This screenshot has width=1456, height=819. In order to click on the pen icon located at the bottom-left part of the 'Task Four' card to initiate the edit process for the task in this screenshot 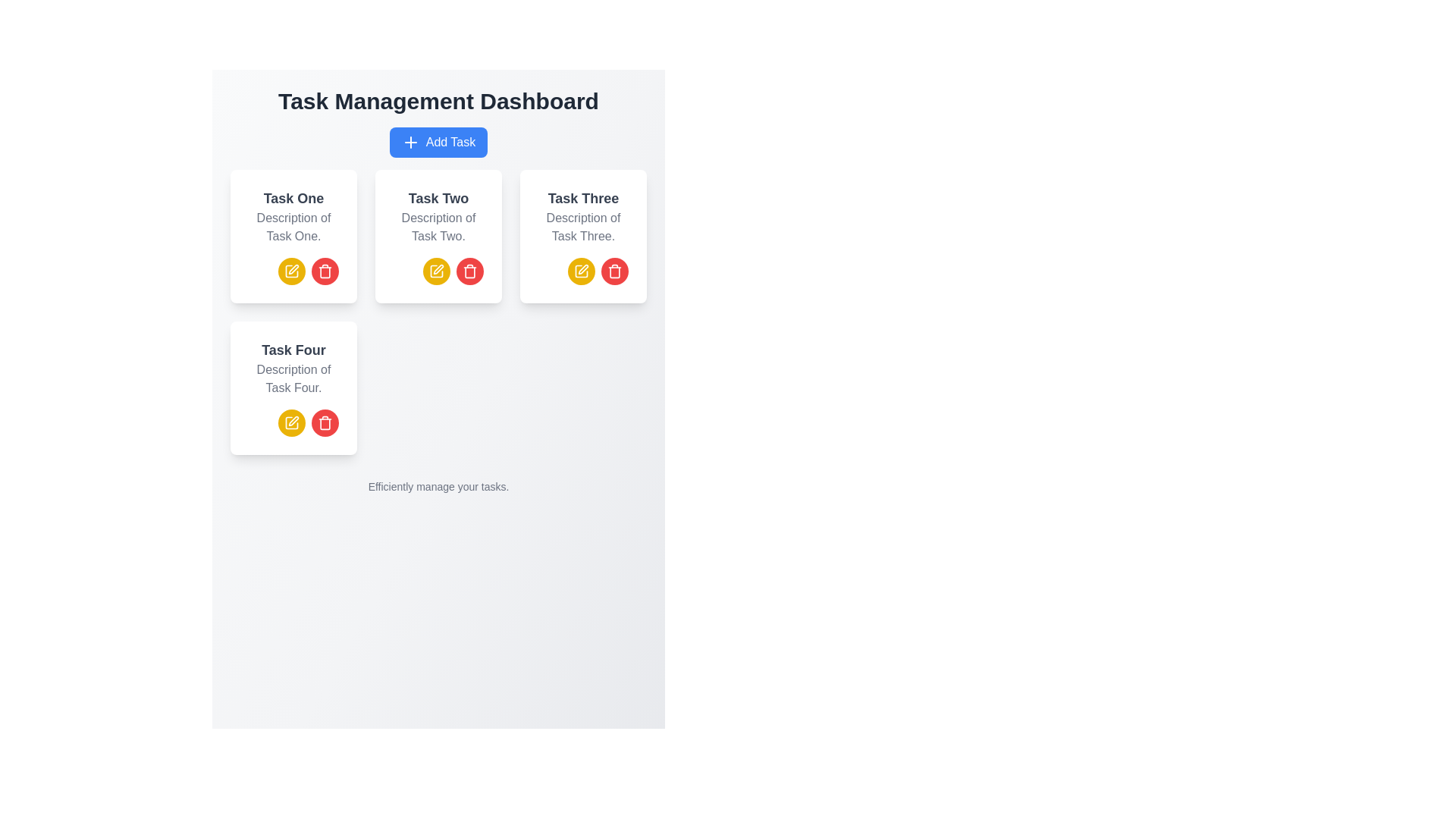, I will do `click(293, 421)`.